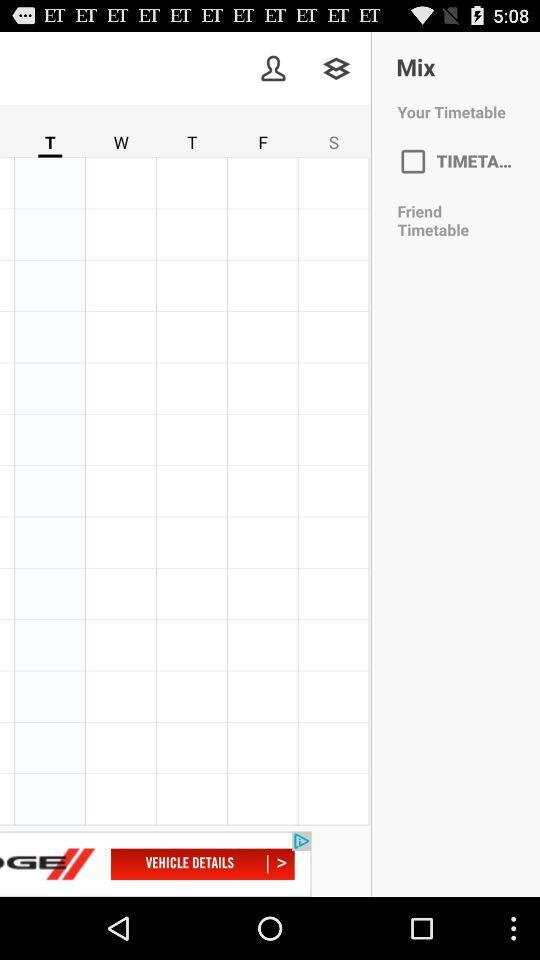 The width and height of the screenshot is (540, 960). Describe the element at coordinates (336, 73) in the screenshot. I see `the layers icon` at that location.